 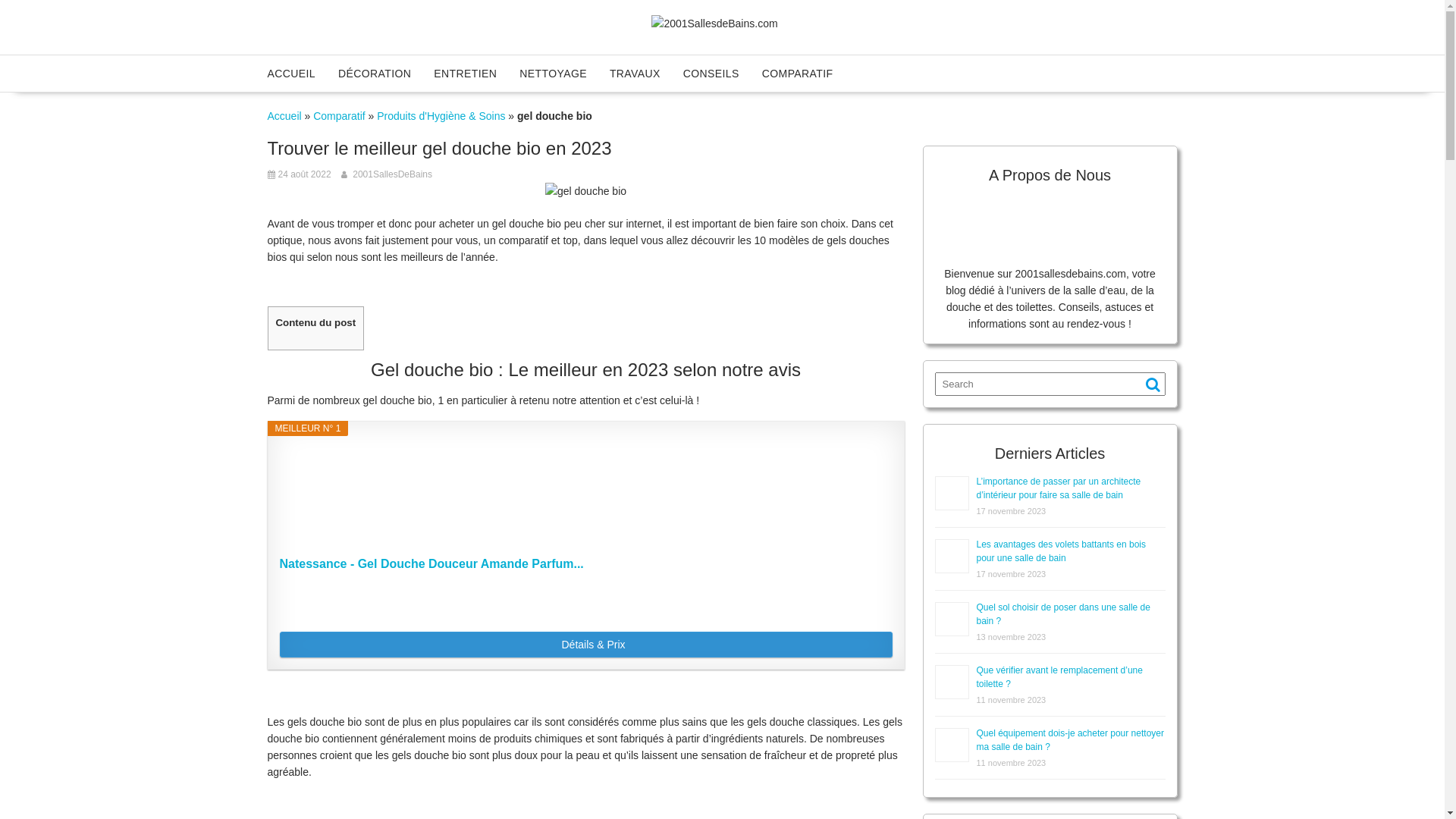 I want to click on 'Accueil', so click(x=284, y=115).